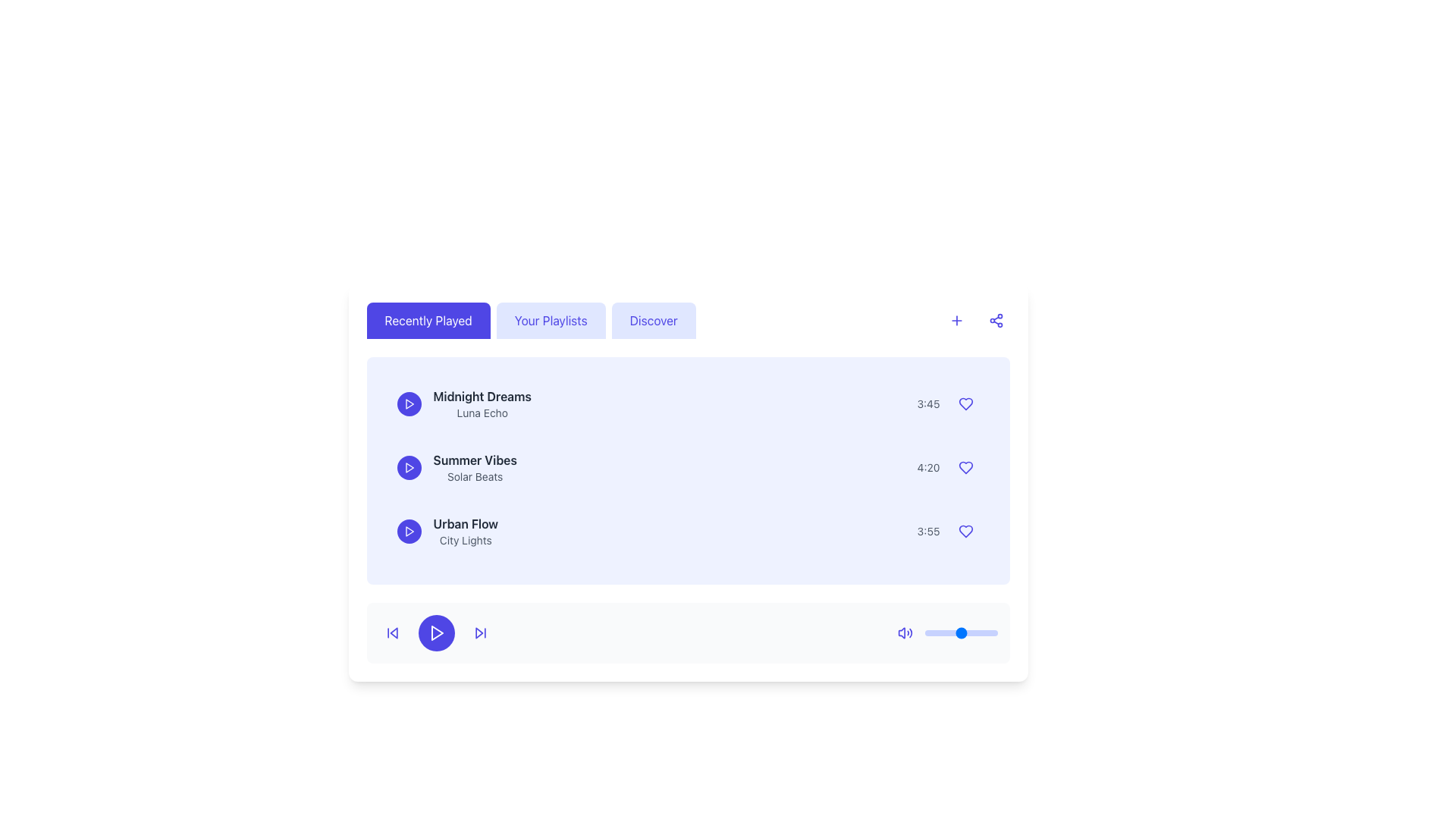  What do you see at coordinates (409, 467) in the screenshot?
I see `the play button located in the second row of the music list, directly preceding the text 'Summer Vibes' by 'Solar Beats' to initiate playback of the track` at bounding box center [409, 467].